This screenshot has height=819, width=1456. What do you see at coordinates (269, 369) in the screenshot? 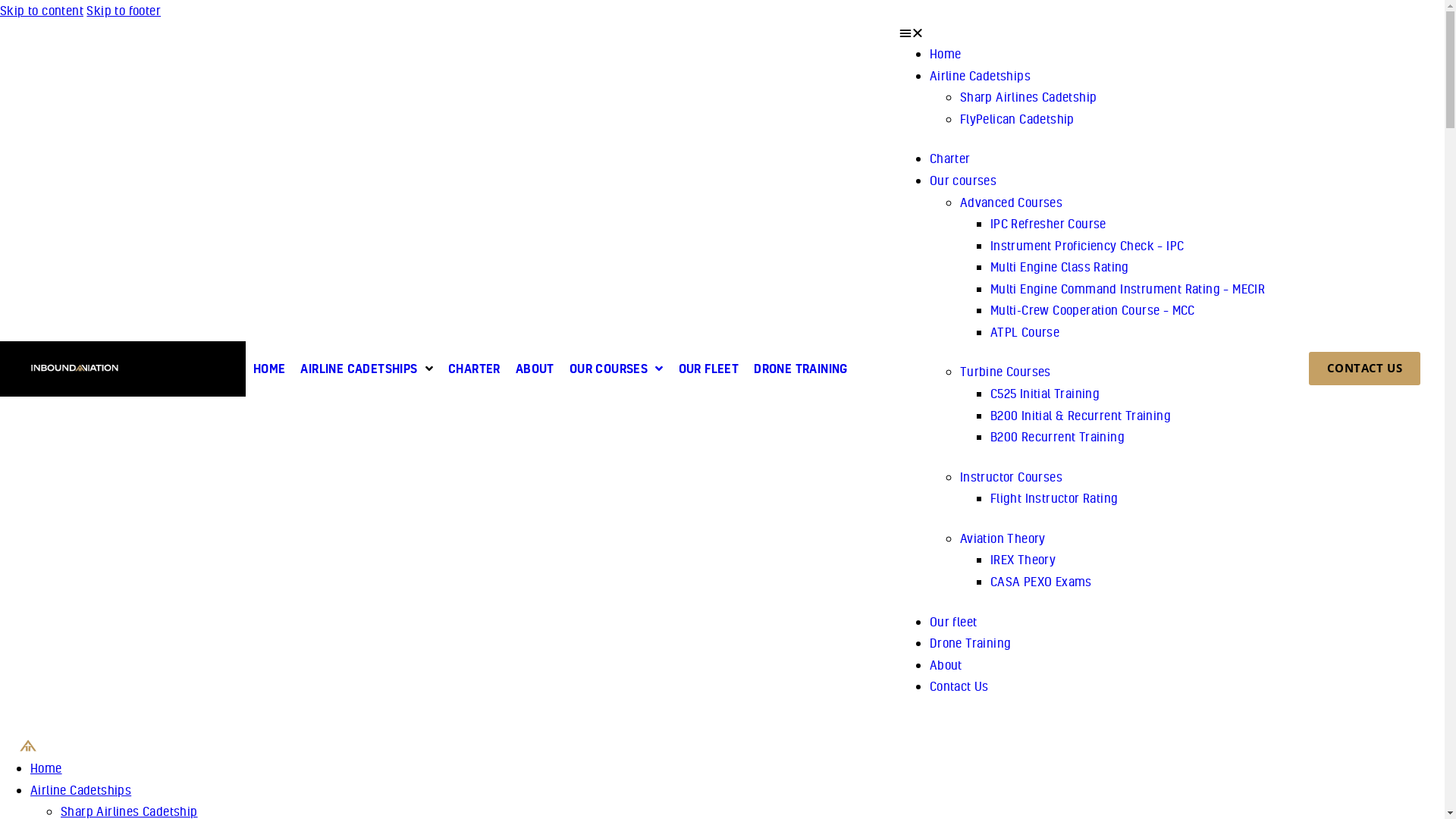
I see `'HOME'` at bounding box center [269, 369].